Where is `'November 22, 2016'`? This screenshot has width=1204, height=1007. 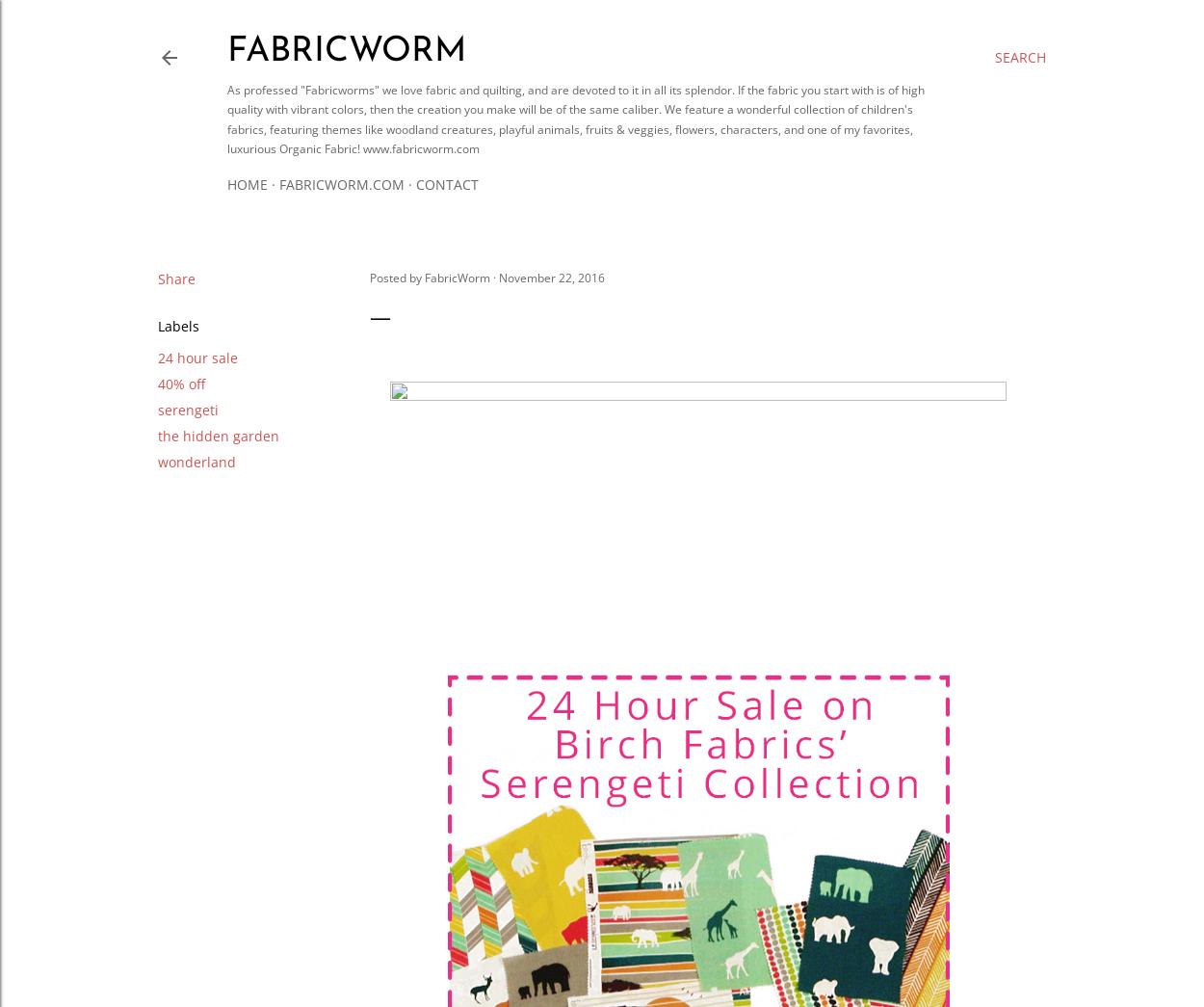
'November 22, 2016' is located at coordinates (551, 276).